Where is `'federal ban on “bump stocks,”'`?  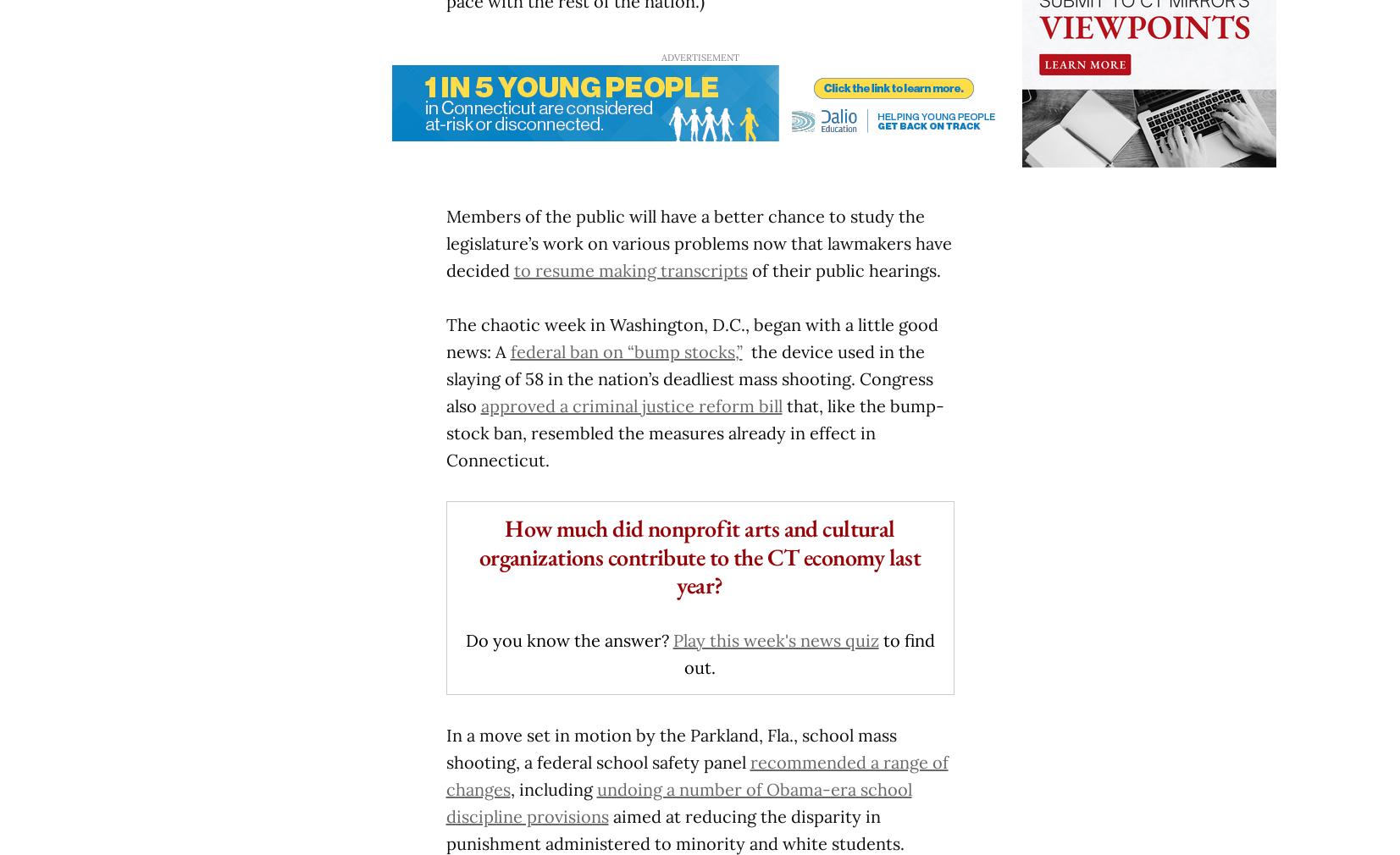 'federal ban on “bump stocks,”' is located at coordinates (509, 351).